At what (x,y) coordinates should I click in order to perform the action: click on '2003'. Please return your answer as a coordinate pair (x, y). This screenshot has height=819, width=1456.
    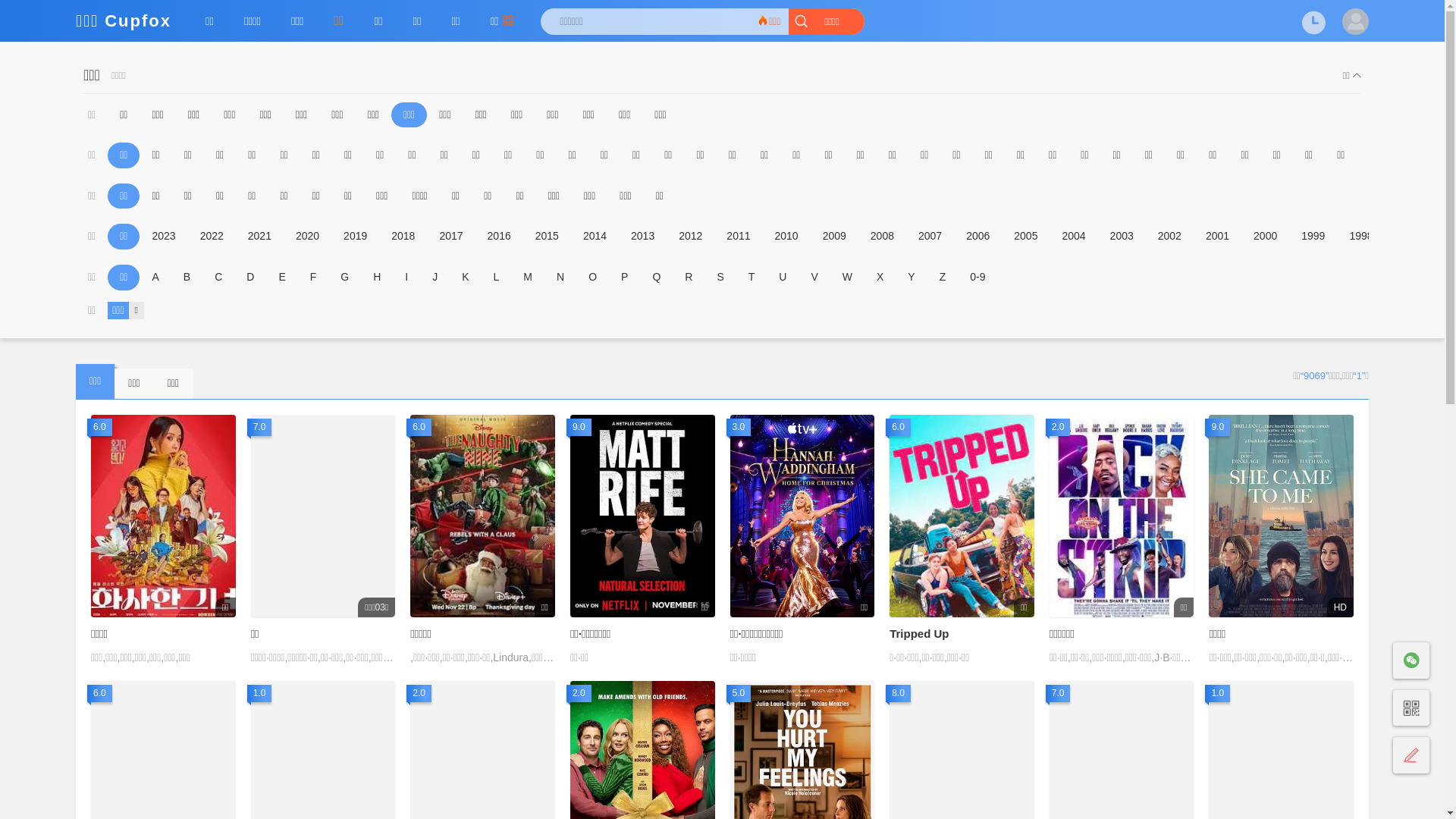
    Looking at the image, I should click on (1122, 237).